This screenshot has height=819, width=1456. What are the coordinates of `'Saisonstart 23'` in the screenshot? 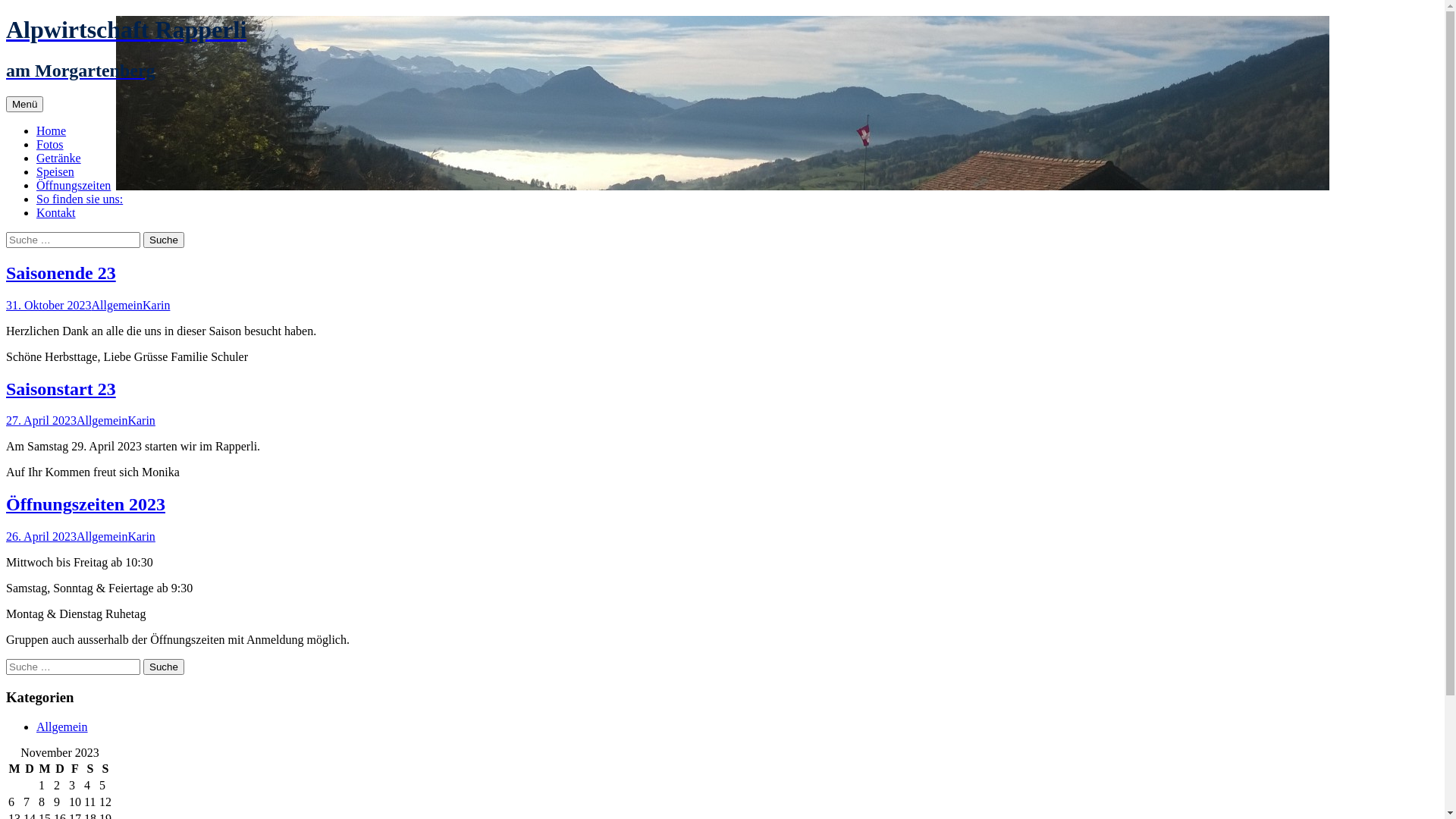 It's located at (61, 388).